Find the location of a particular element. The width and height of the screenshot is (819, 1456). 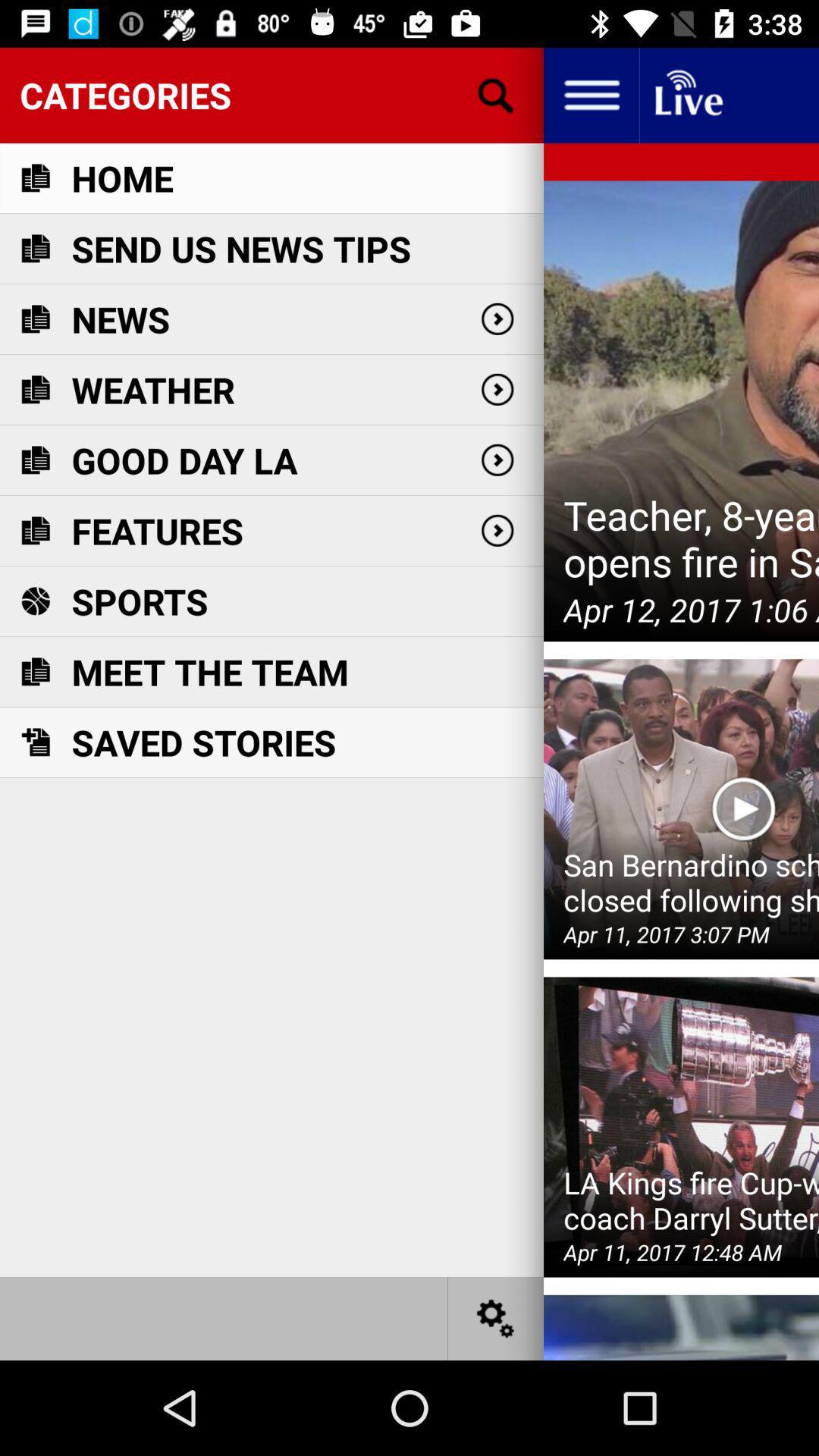

main menu is located at coordinates (590, 94).